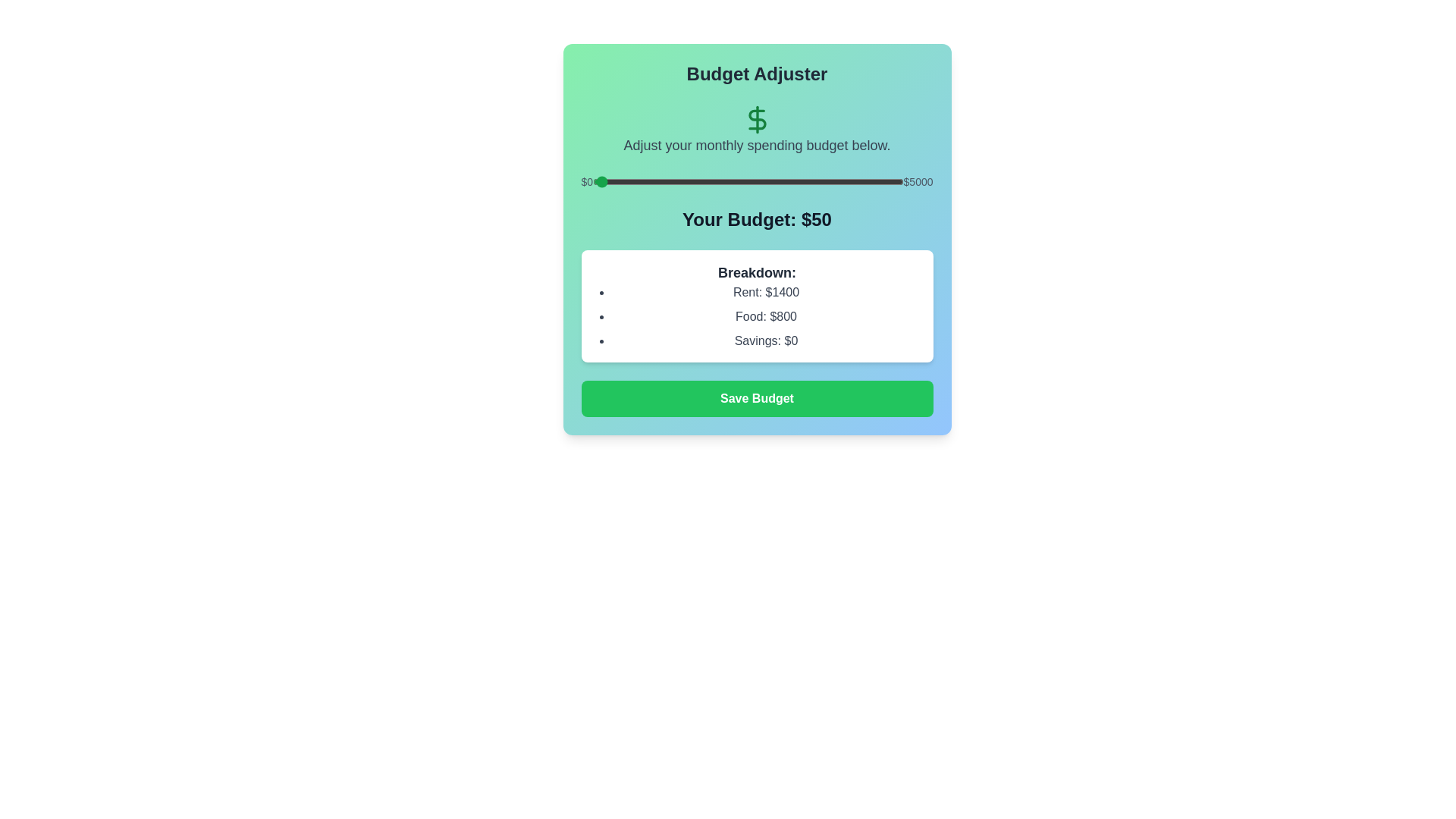  What do you see at coordinates (870, 180) in the screenshot?
I see `the budget to 4464 dollars by adjusting the slider` at bounding box center [870, 180].